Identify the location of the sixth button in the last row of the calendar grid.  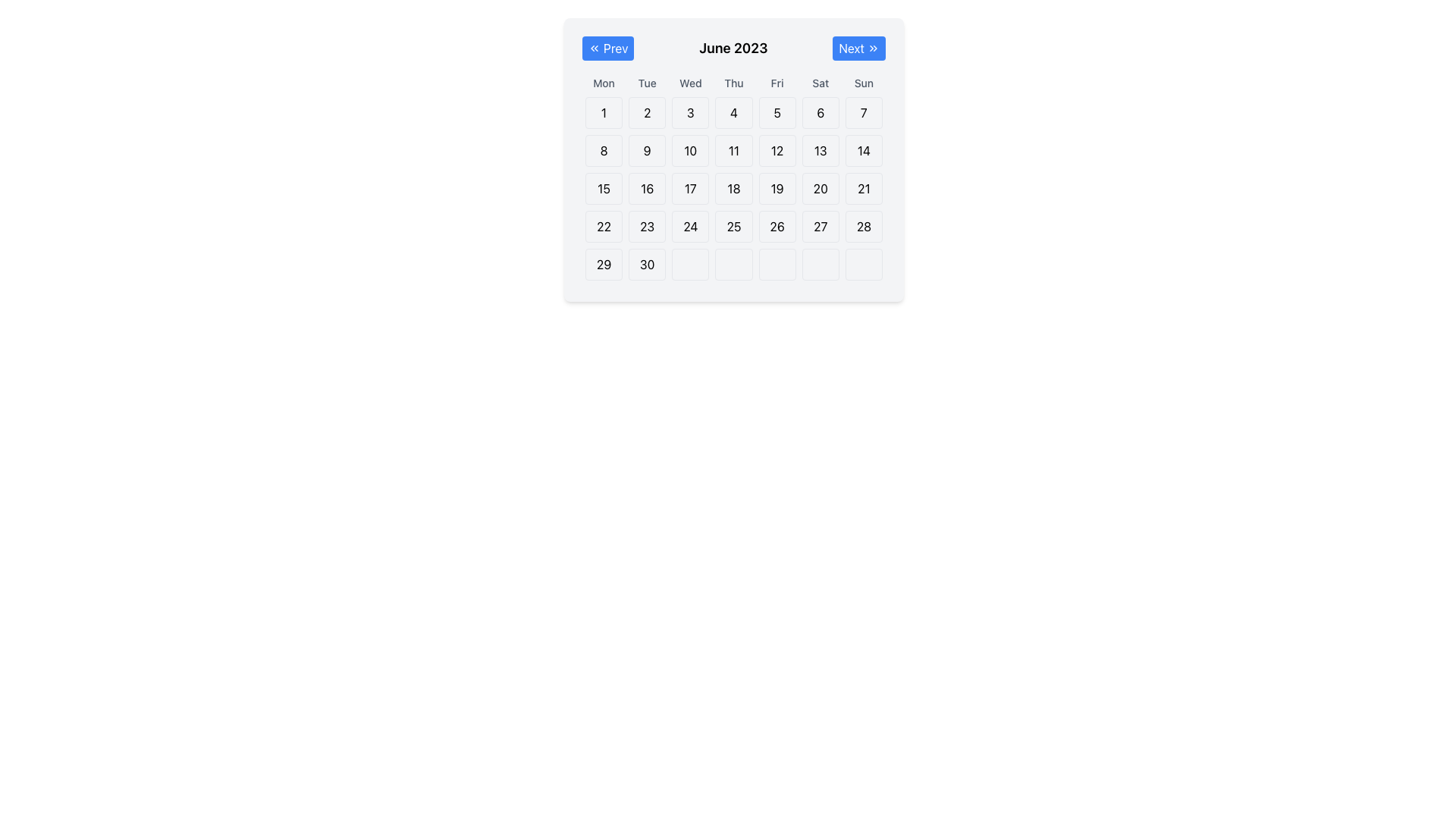
(820, 263).